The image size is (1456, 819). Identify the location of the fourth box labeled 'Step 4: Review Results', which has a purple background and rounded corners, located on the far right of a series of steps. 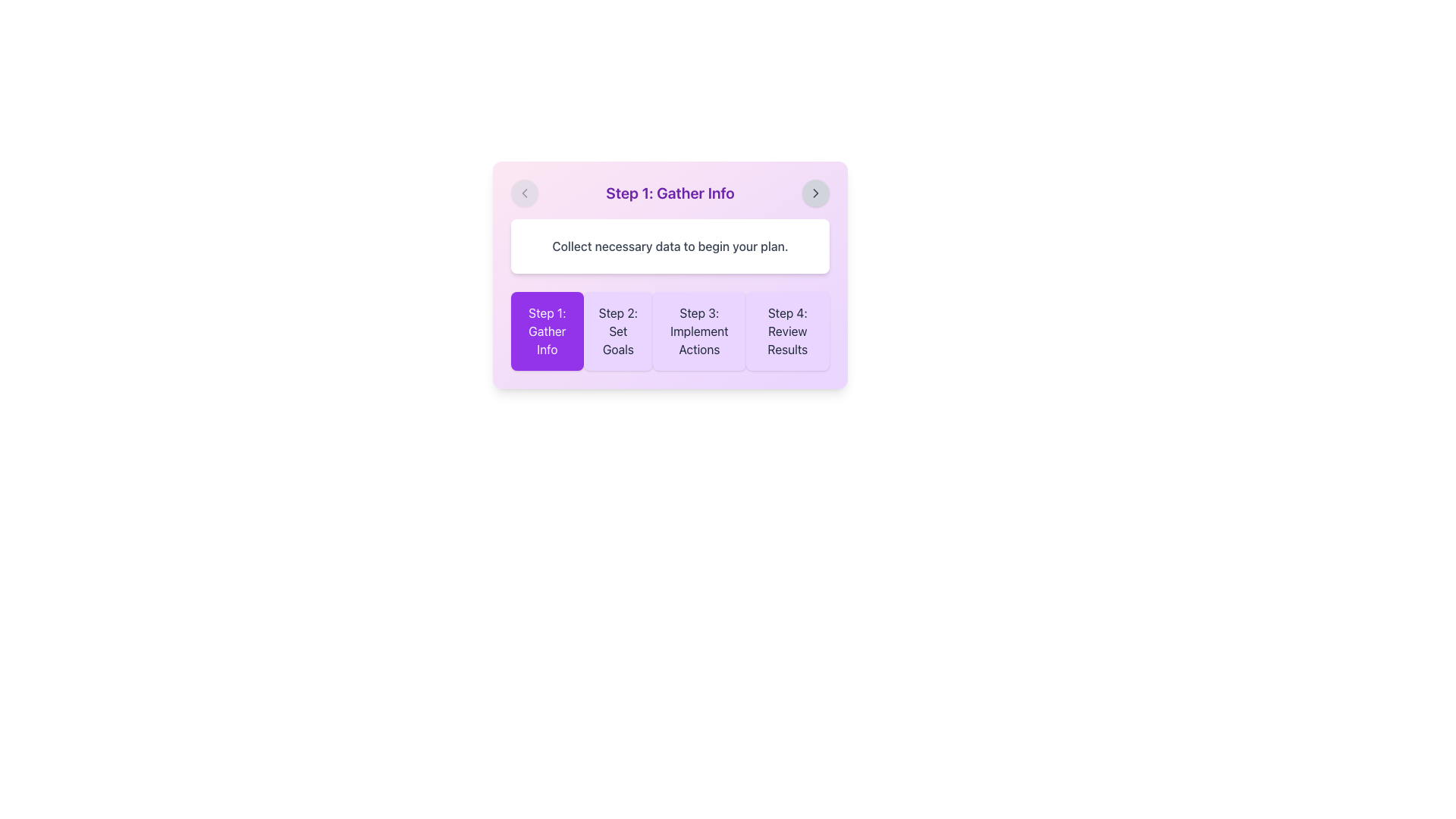
(787, 330).